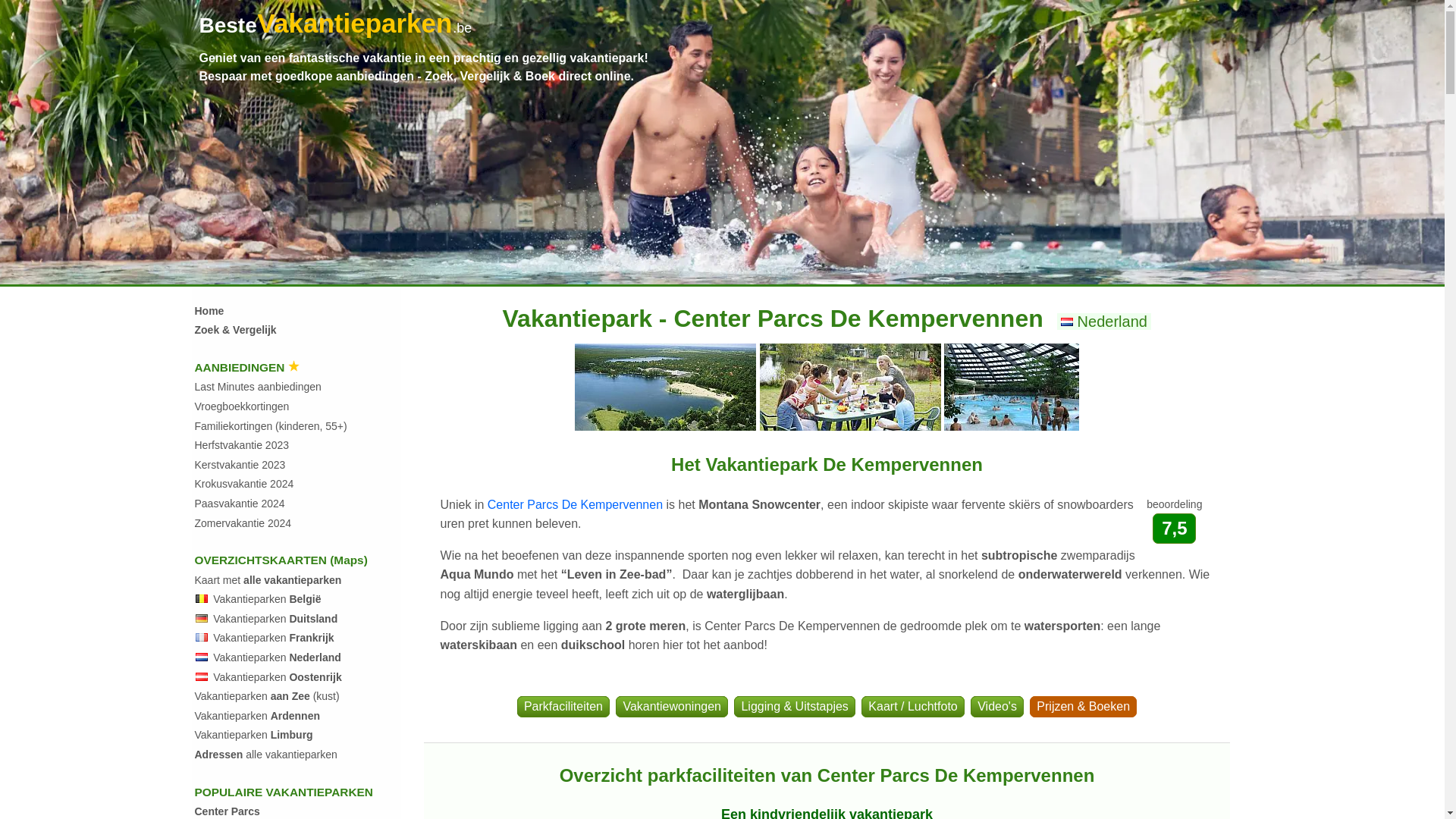 The width and height of the screenshot is (1456, 819). I want to click on 'Vakantieparken Limburg', so click(253, 733).